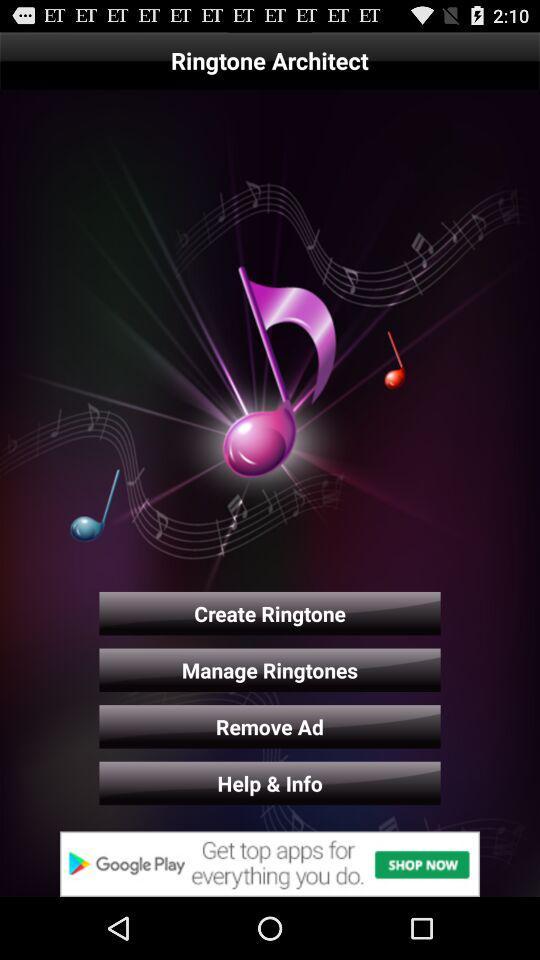 This screenshot has height=960, width=540. I want to click on open advertisement, so click(270, 863).